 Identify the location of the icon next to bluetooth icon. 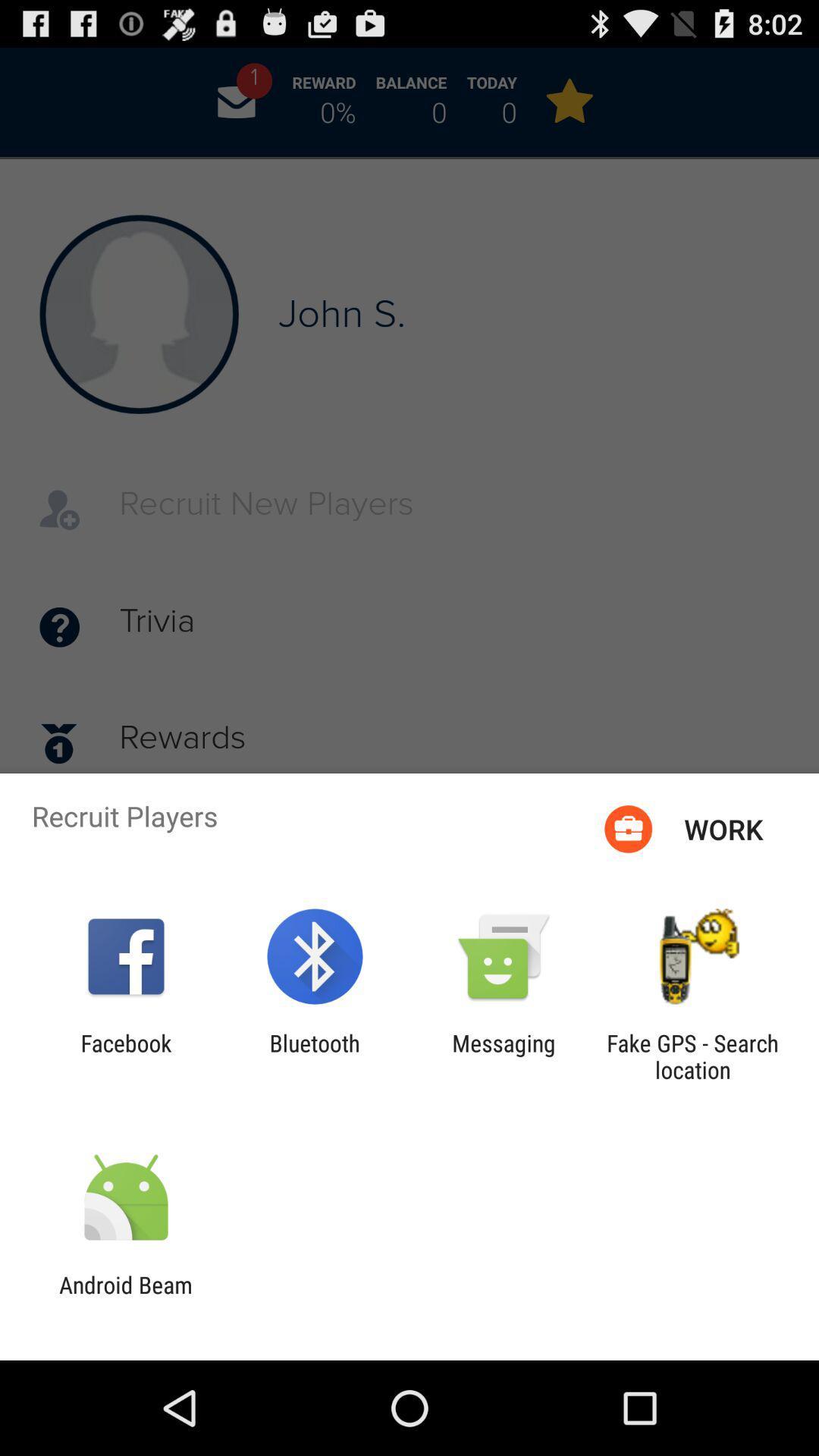
(125, 1056).